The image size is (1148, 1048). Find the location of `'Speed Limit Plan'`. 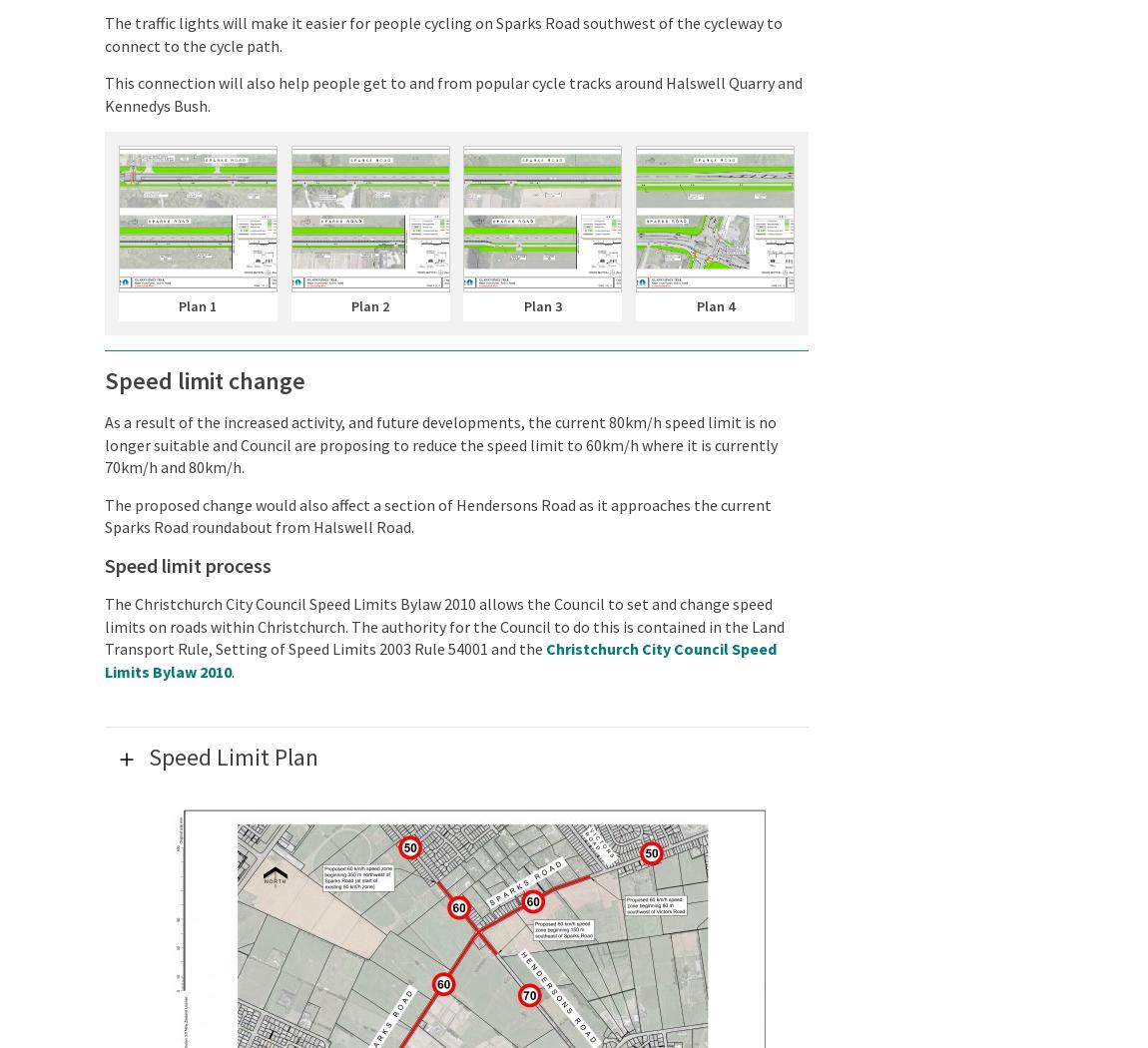

'Speed Limit Plan' is located at coordinates (233, 756).